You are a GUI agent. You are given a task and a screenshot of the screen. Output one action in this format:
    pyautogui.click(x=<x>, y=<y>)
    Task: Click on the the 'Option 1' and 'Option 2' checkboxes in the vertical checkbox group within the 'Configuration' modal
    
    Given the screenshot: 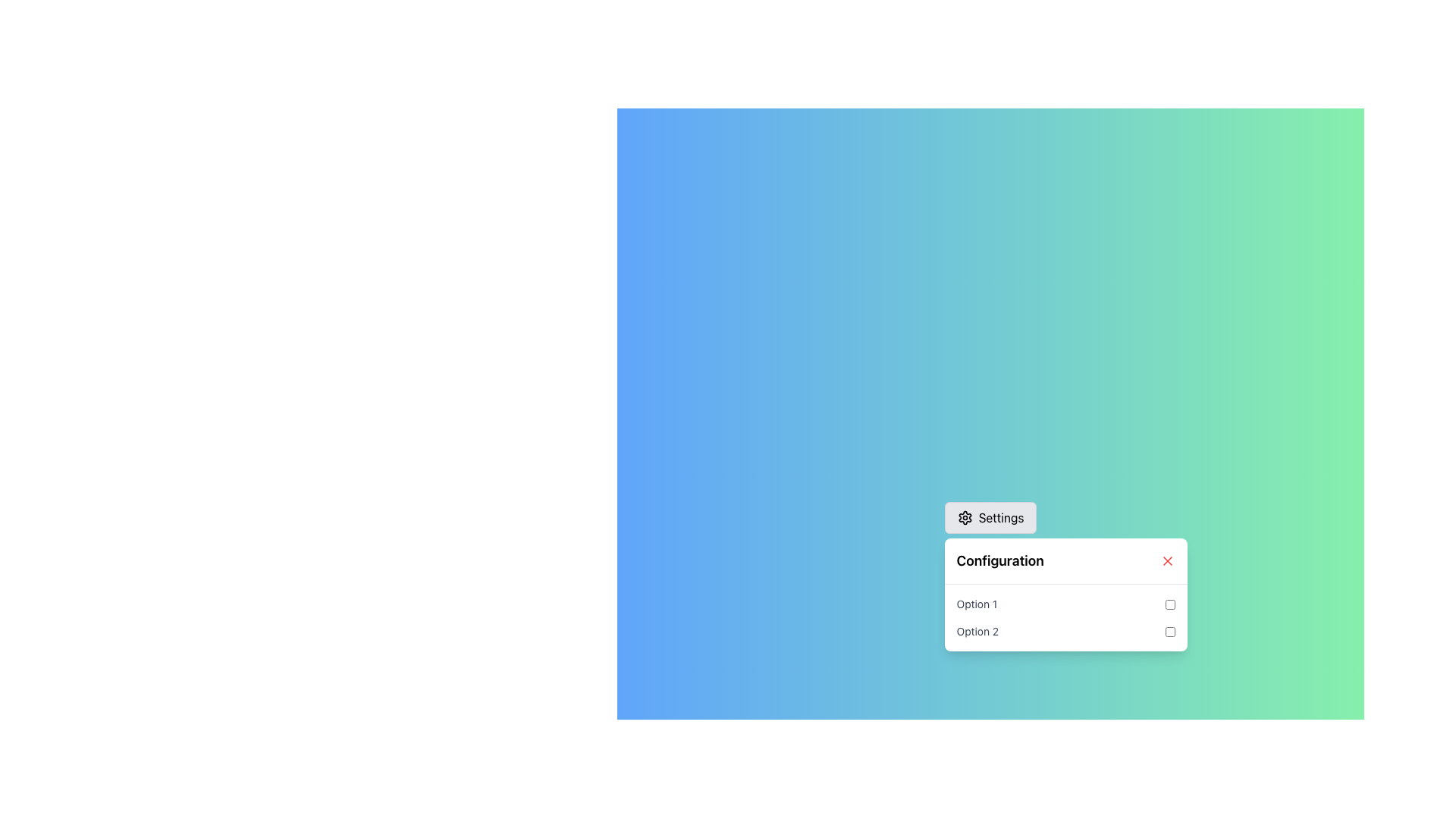 What is the action you would take?
    pyautogui.click(x=1065, y=617)
    